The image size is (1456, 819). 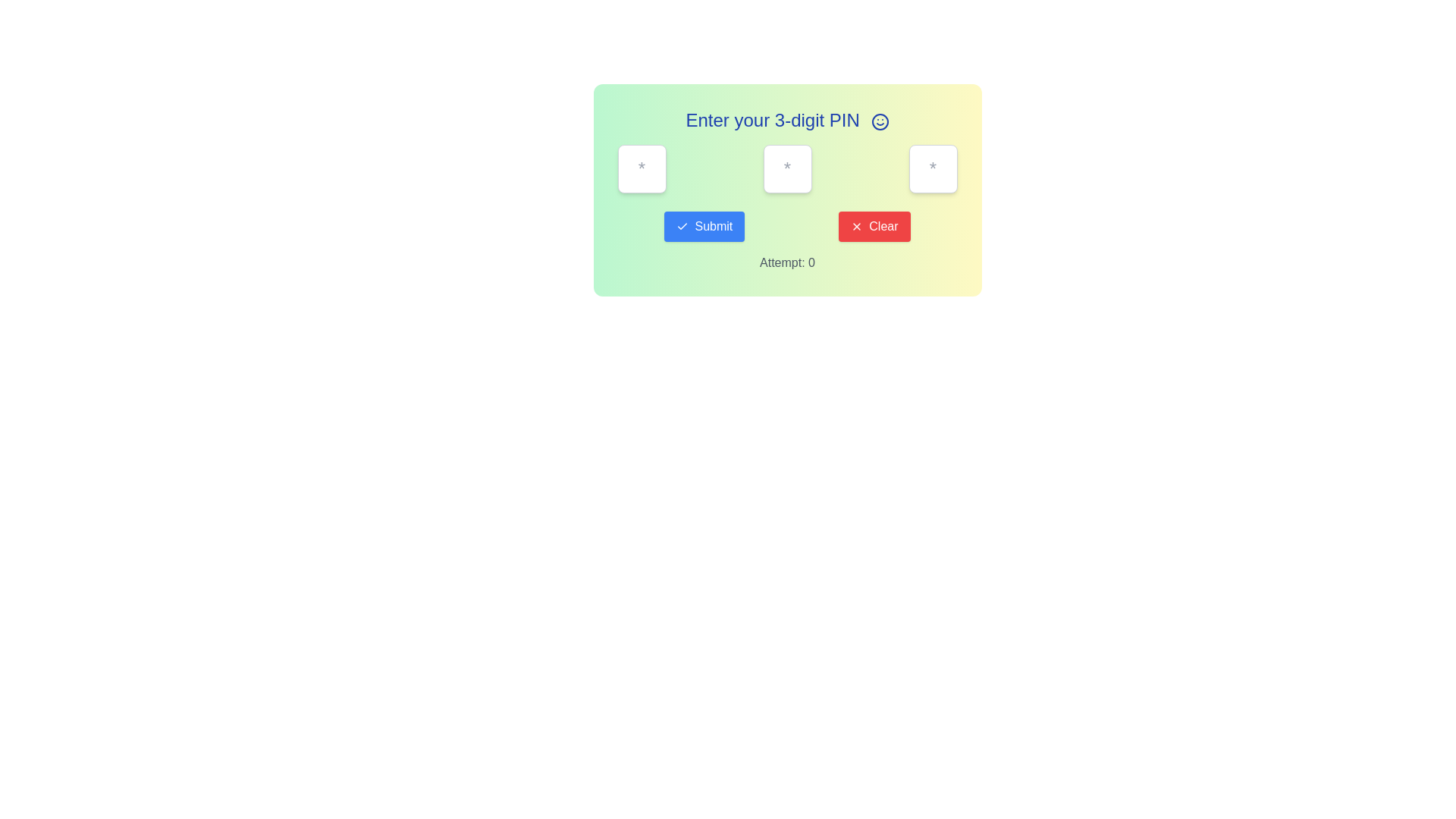 I want to click on the static informational text label that displays the current number of attempts made by the user, located at the bottom of the card-like interactive area, so click(x=787, y=262).